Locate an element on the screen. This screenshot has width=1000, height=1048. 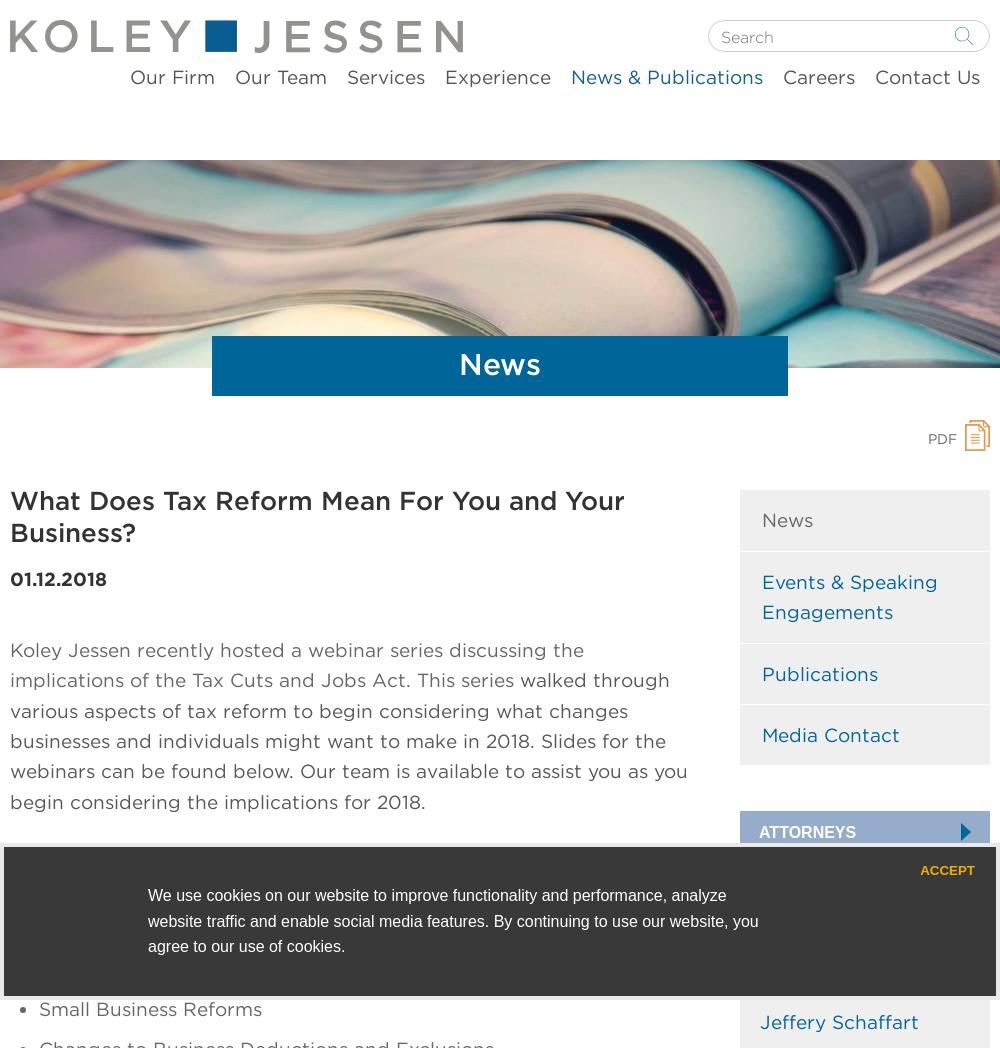
'PDF' is located at coordinates (941, 438).